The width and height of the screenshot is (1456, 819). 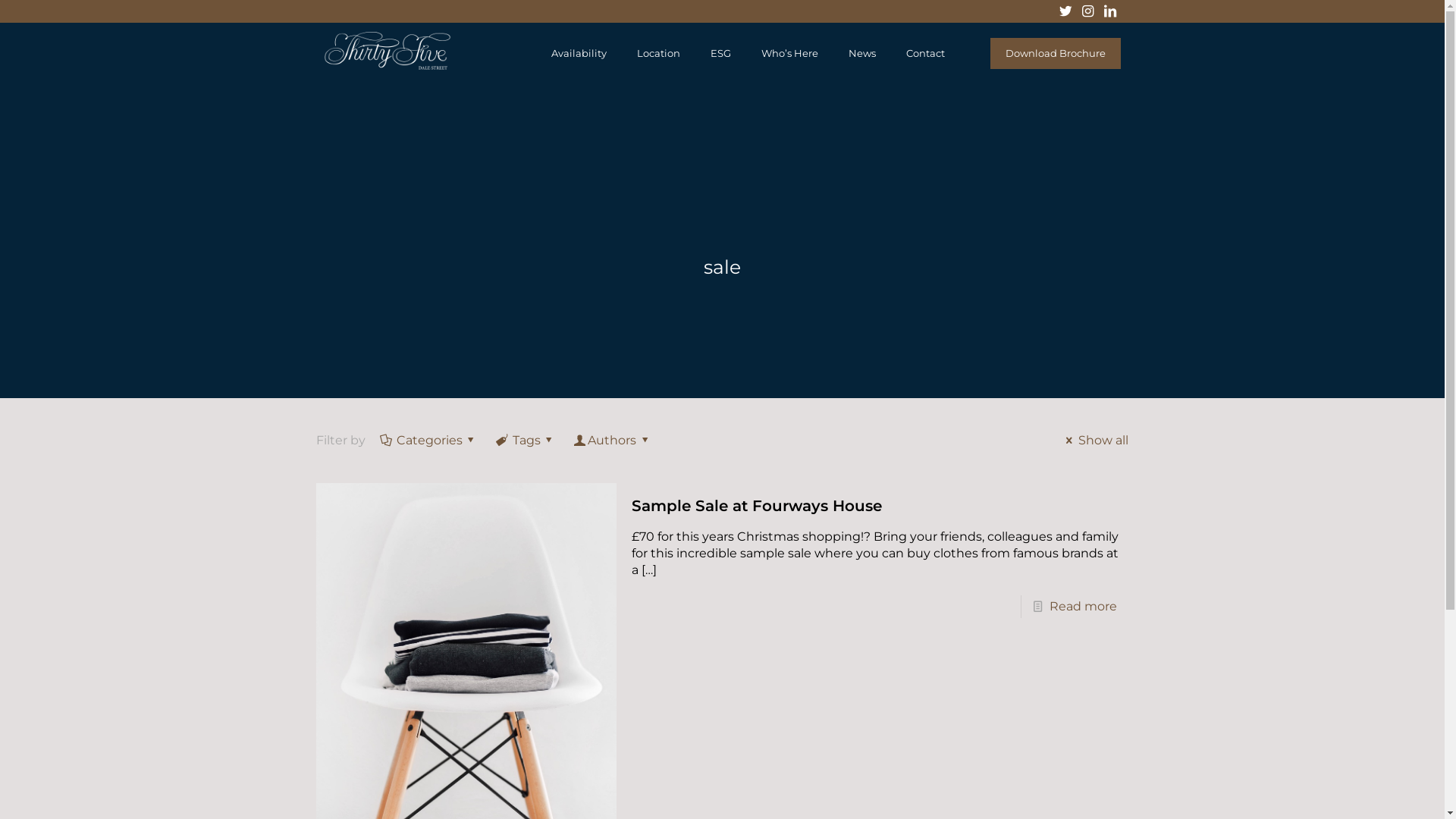 I want to click on 'Download Brochure', so click(x=990, y=52).